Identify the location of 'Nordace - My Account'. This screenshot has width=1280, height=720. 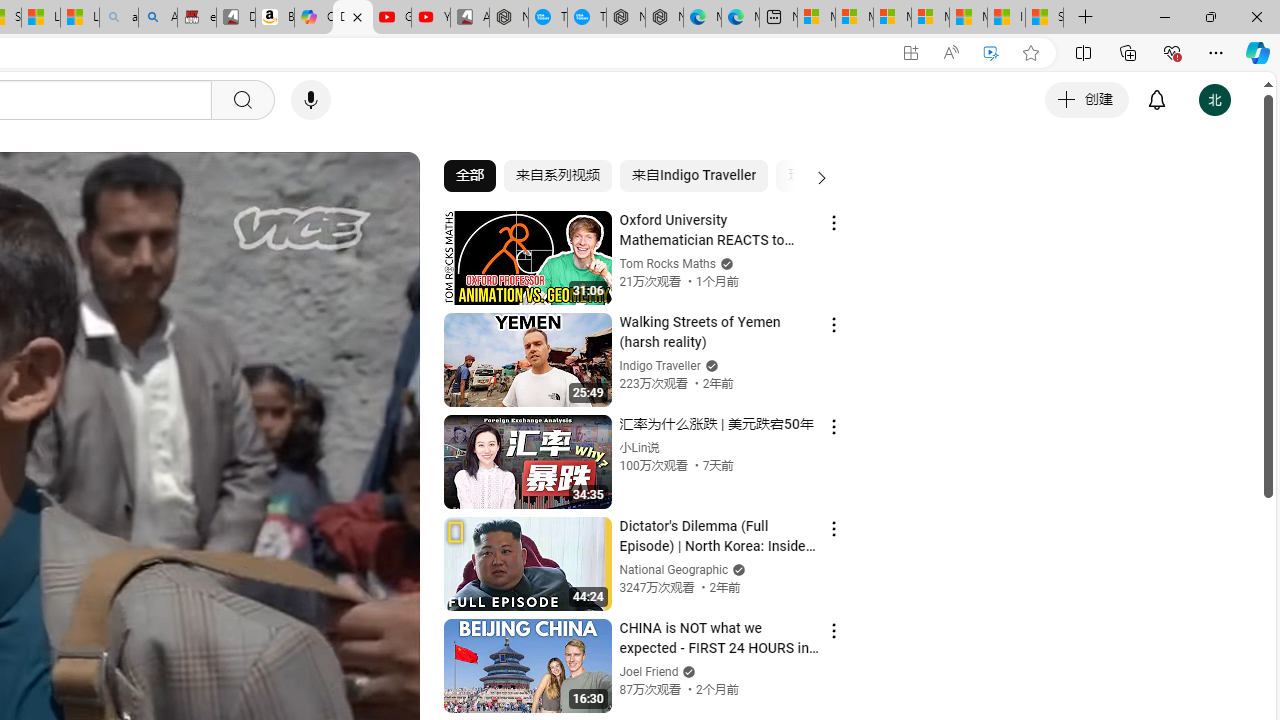
(509, 17).